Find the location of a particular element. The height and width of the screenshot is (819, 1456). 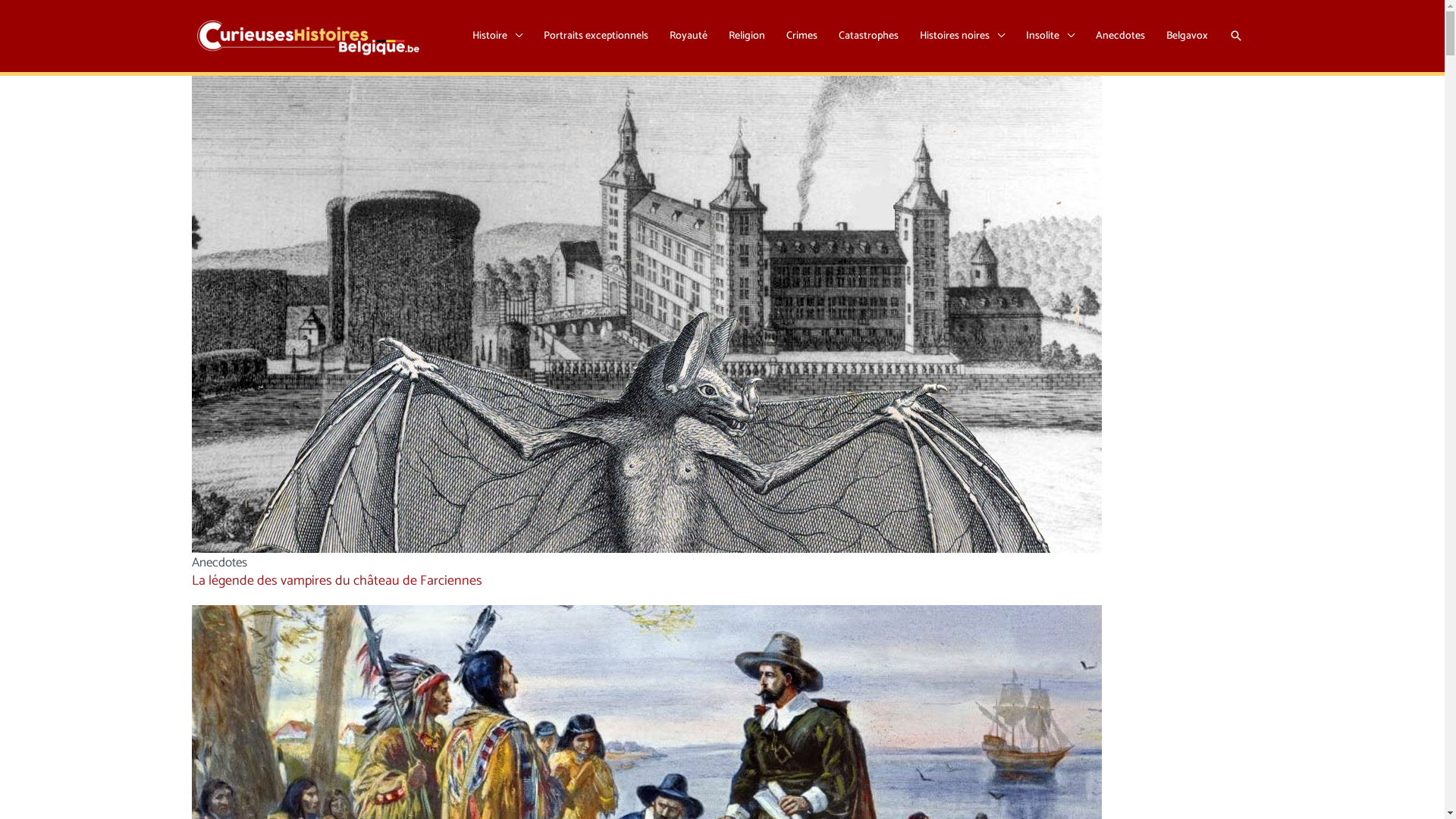

'Rechercher' is located at coordinates (1235, 34).